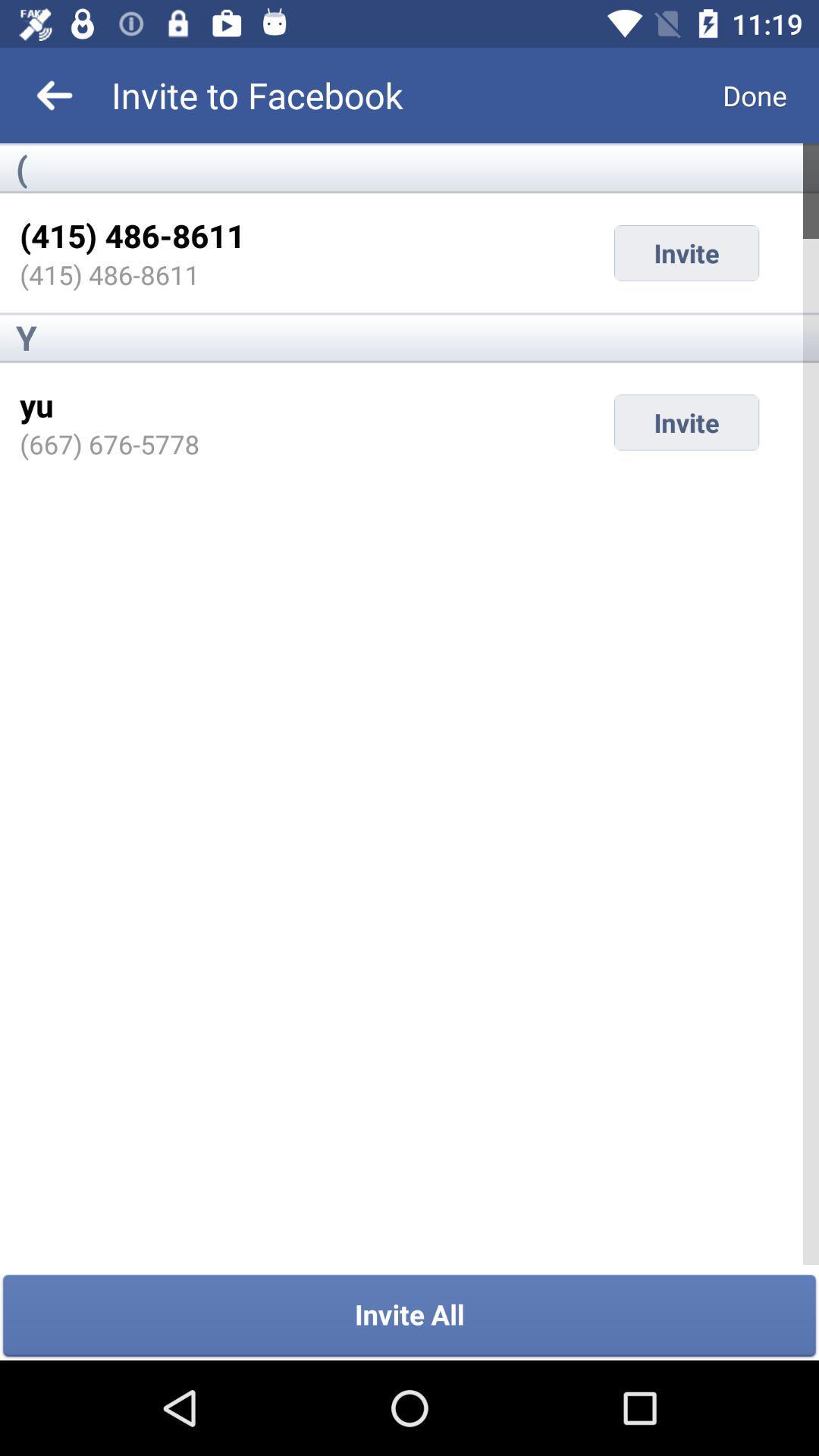 Image resolution: width=819 pixels, height=1456 pixels. What do you see at coordinates (108, 443) in the screenshot?
I see `the item next to invite item` at bounding box center [108, 443].